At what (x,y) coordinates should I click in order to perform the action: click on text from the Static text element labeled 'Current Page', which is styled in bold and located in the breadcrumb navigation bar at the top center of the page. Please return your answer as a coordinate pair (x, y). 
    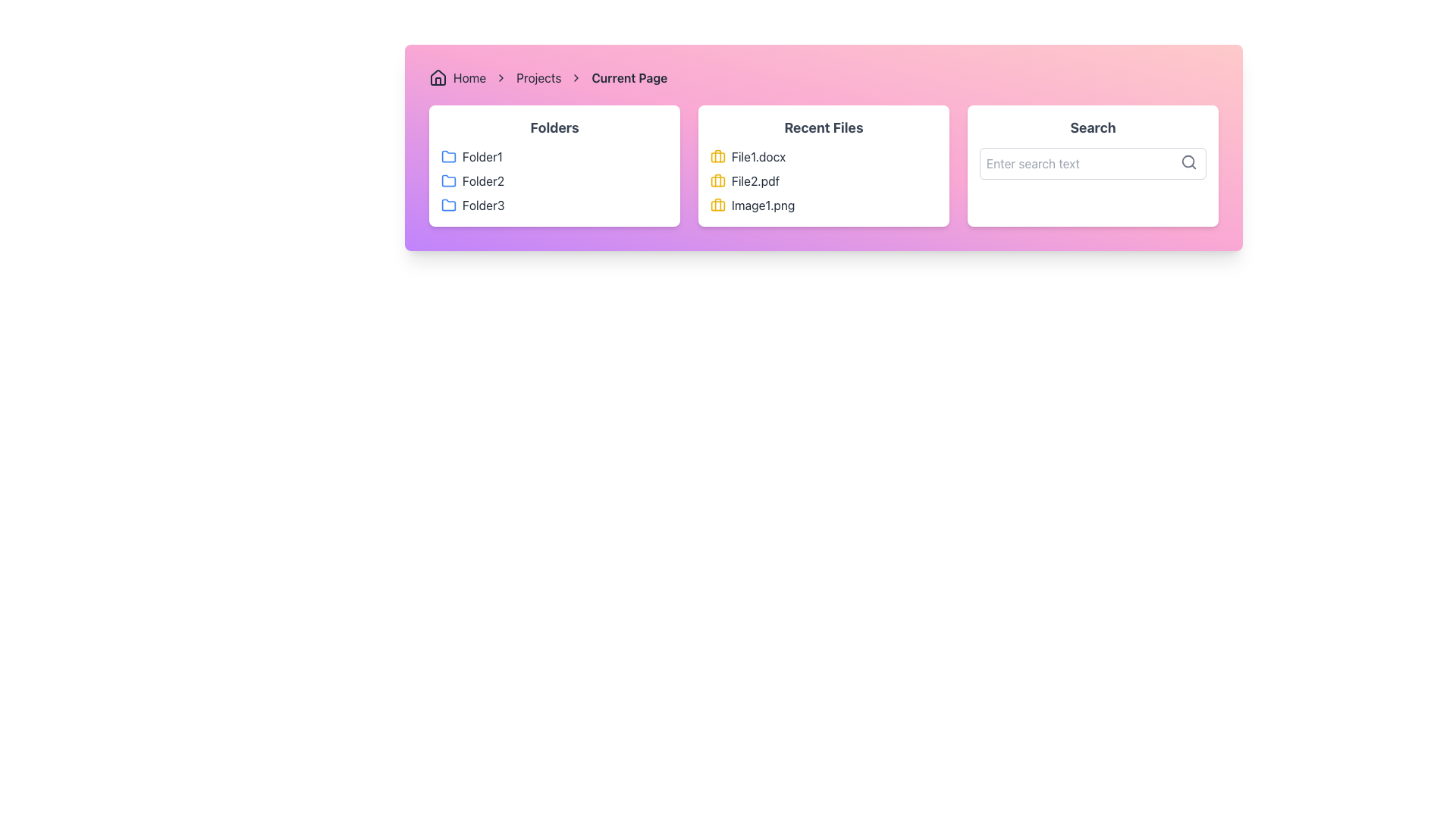
    Looking at the image, I should click on (629, 78).